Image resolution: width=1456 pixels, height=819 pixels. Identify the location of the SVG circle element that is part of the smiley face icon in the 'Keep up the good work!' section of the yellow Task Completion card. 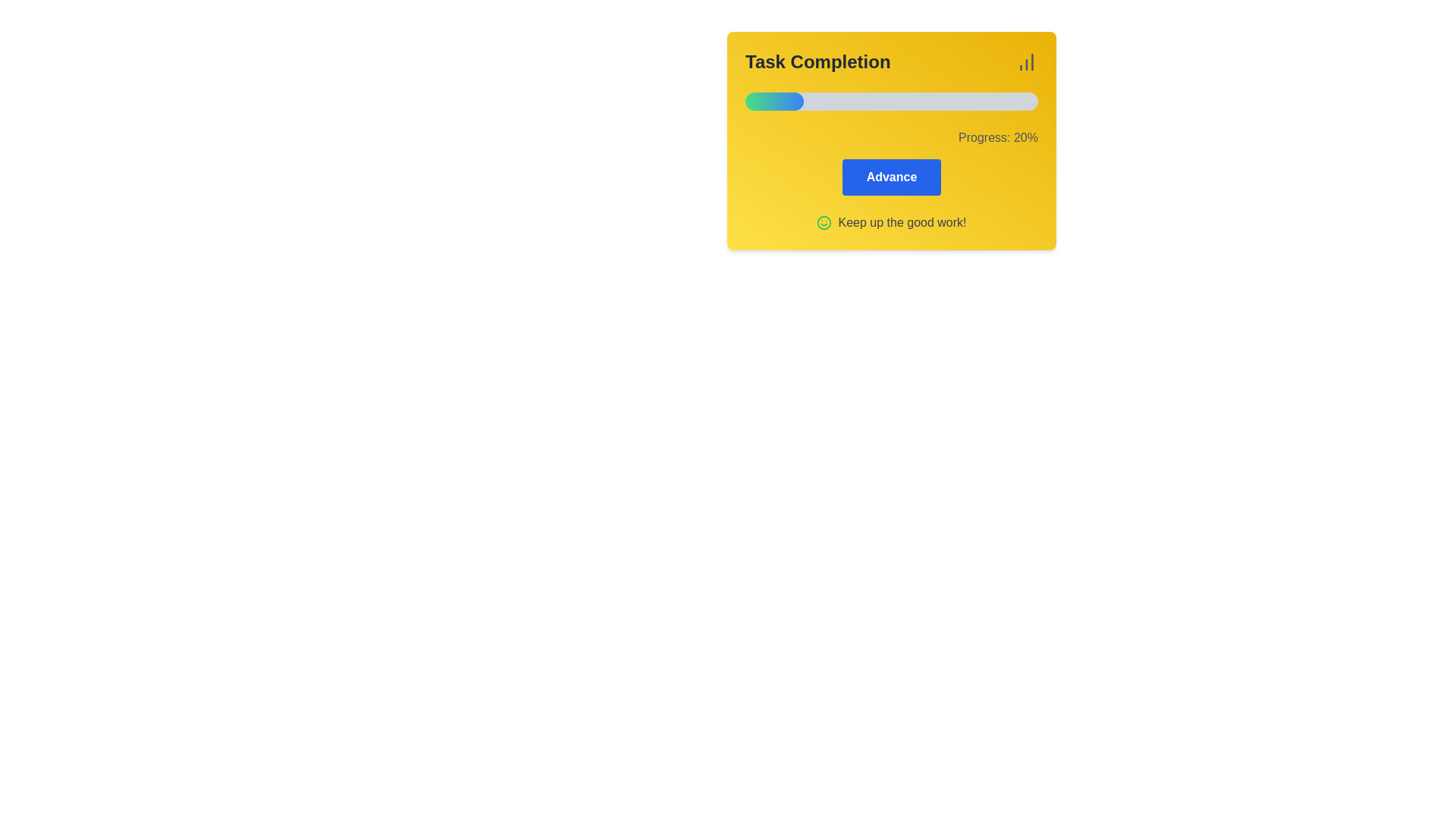
(824, 222).